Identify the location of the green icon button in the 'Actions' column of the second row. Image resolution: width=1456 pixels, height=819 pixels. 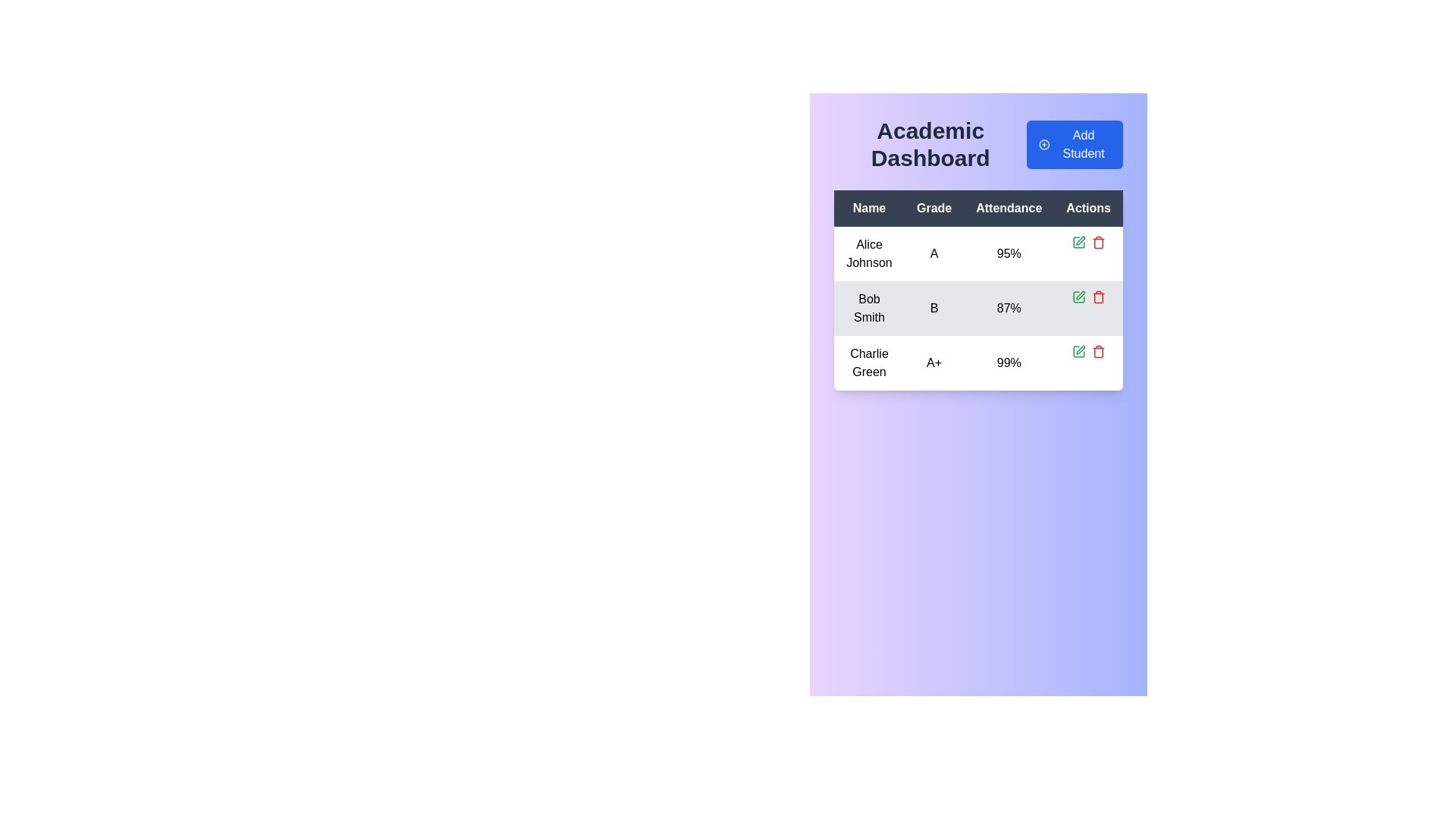
(1078, 242).